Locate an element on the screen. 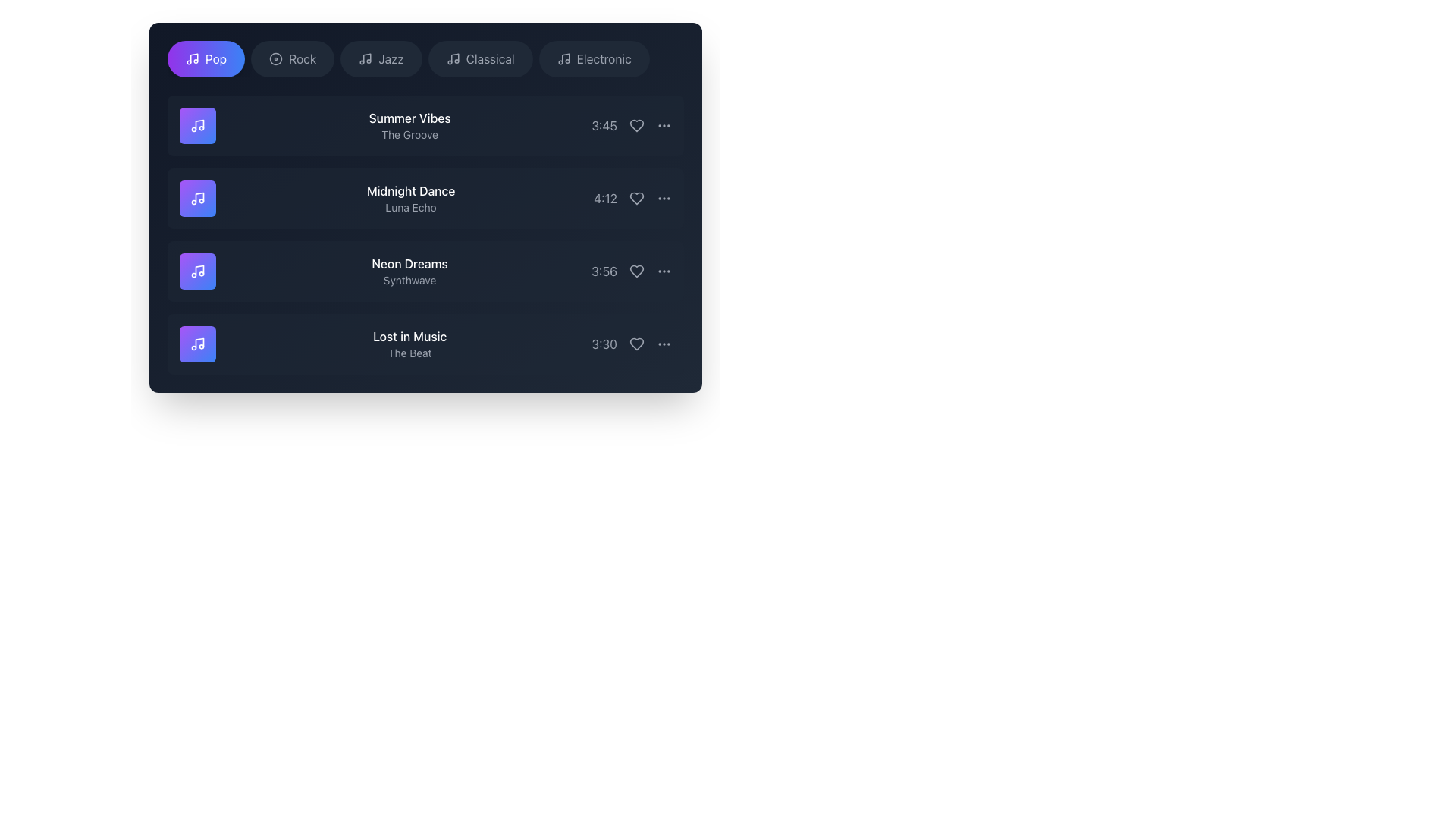  the Tab bar is located at coordinates (425, 58).